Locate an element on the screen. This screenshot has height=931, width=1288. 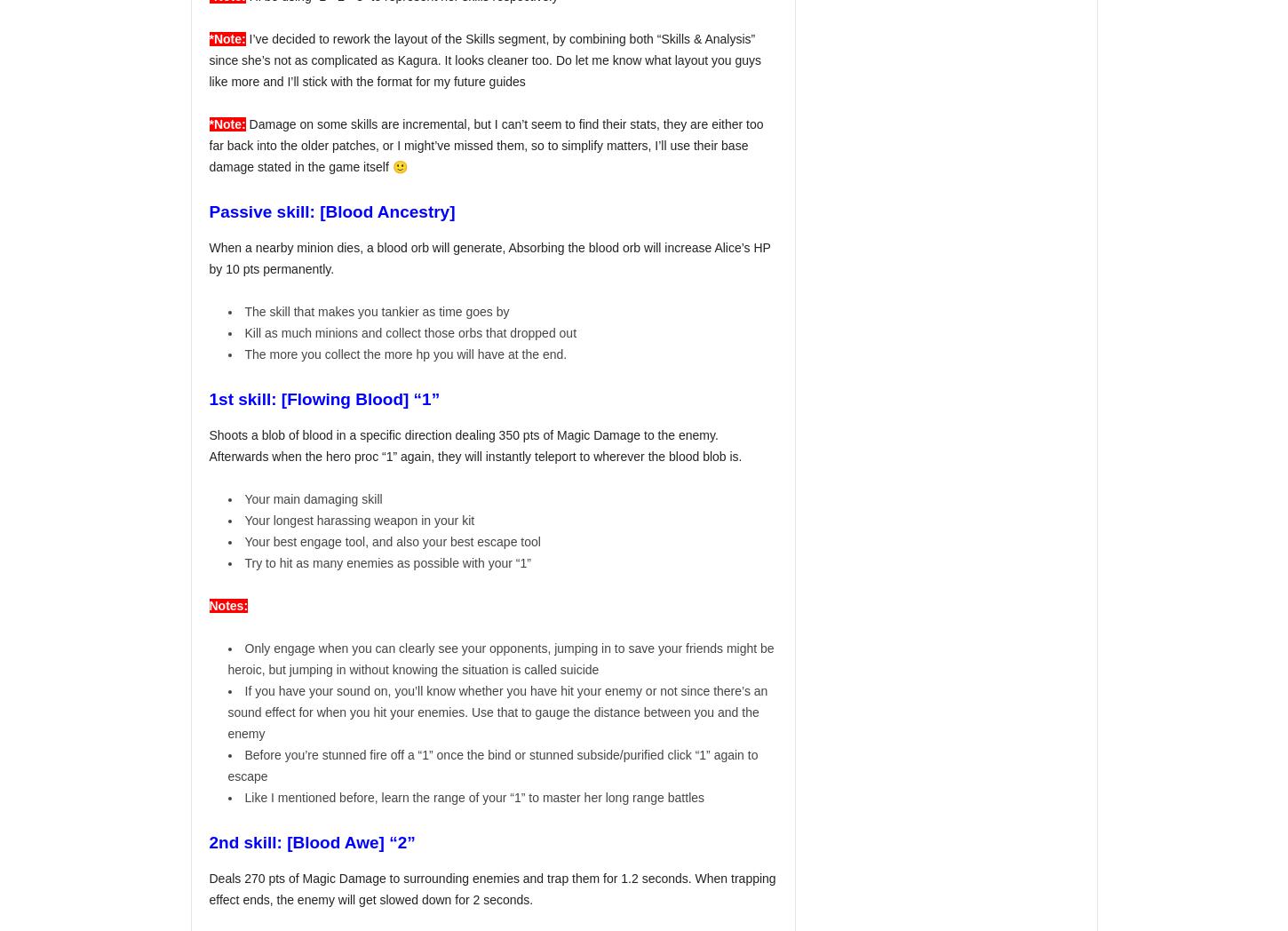
'Passive skill: [Blood Ancestry]' is located at coordinates (330, 211).